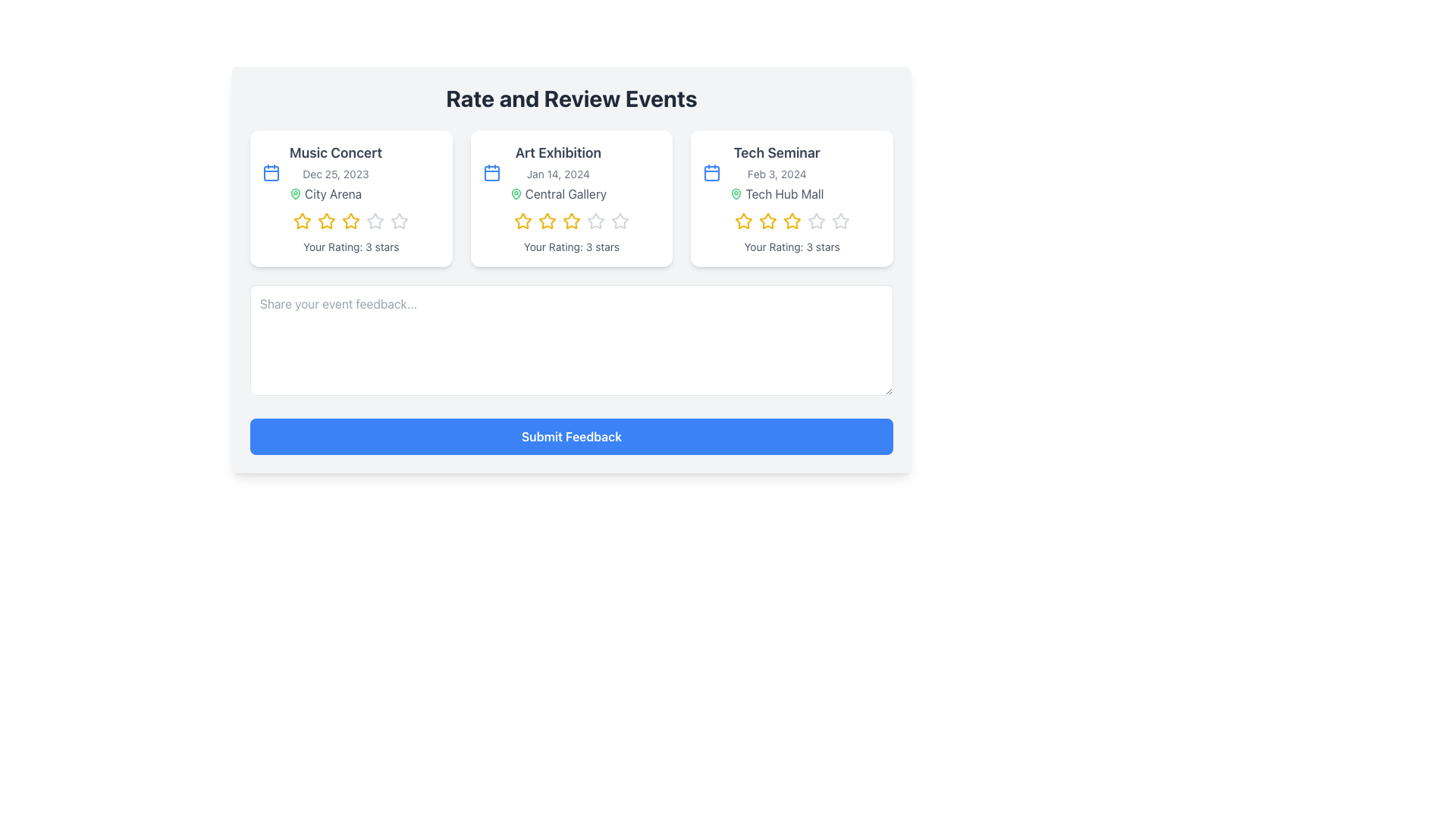  I want to click on the Text Label with Icon that displays the venue of the event located under the title 'Art Exhibition' and date 'Jan 14, 2024' in the middle card of a three-card layout, so click(557, 193).